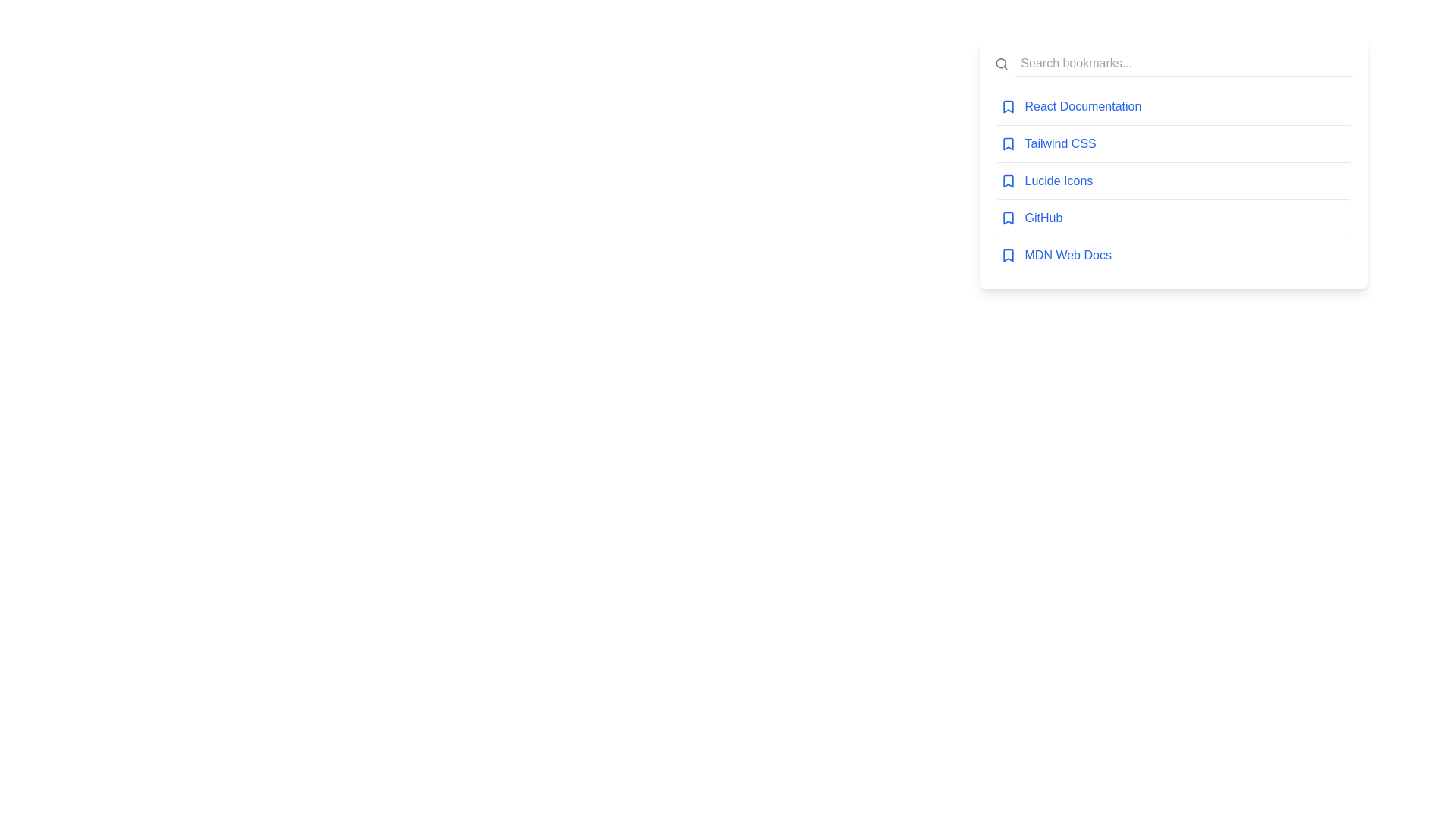  What do you see at coordinates (1182, 63) in the screenshot?
I see `the center of the search input field to focus on it` at bounding box center [1182, 63].